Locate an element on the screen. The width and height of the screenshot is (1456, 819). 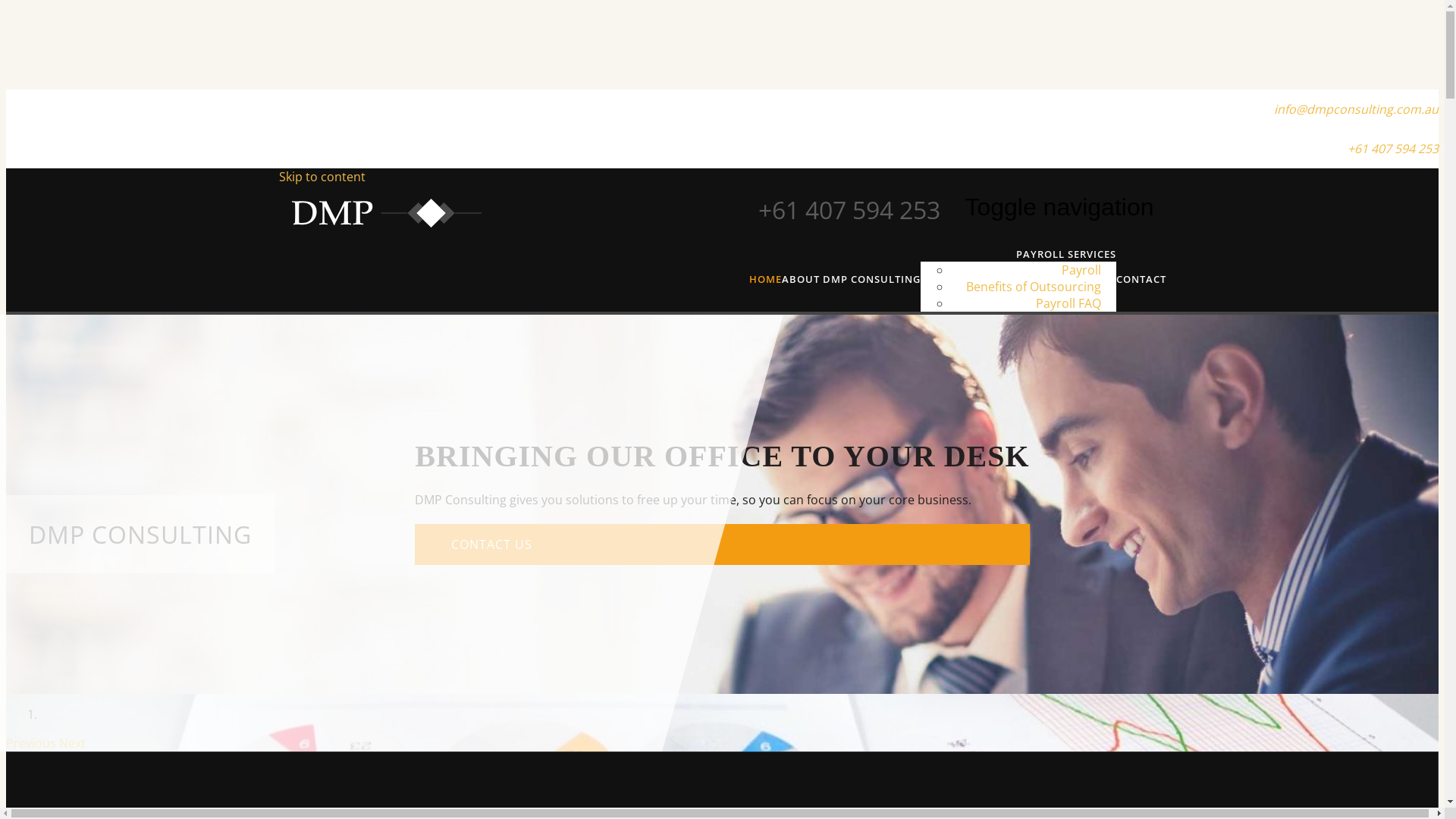
'Toggle navigation' is located at coordinates (1058, 207).